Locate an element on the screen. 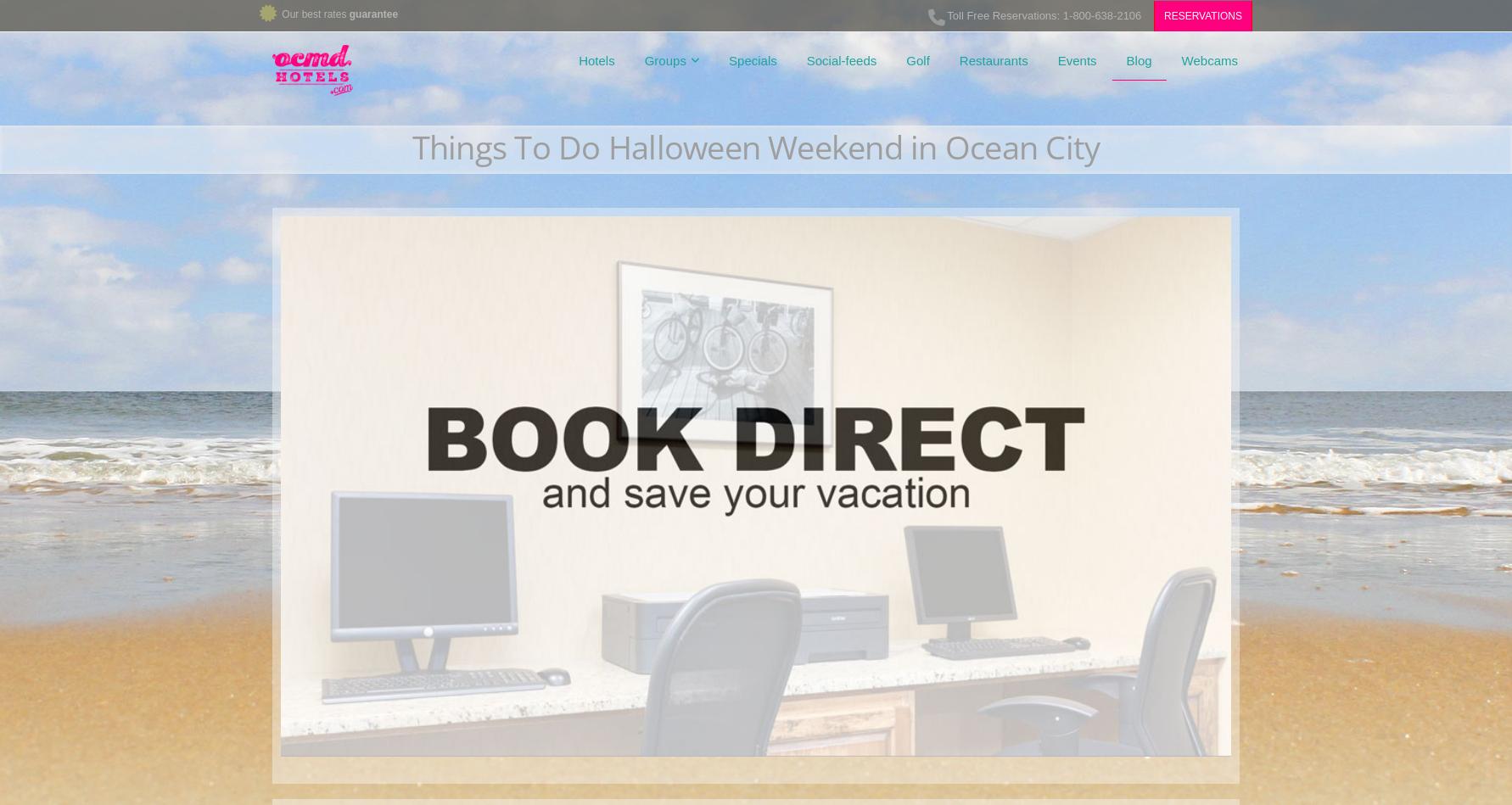 The height and width of the screenshot is (805, 1512). 'Blog' is located at coordinates (1138, 60).